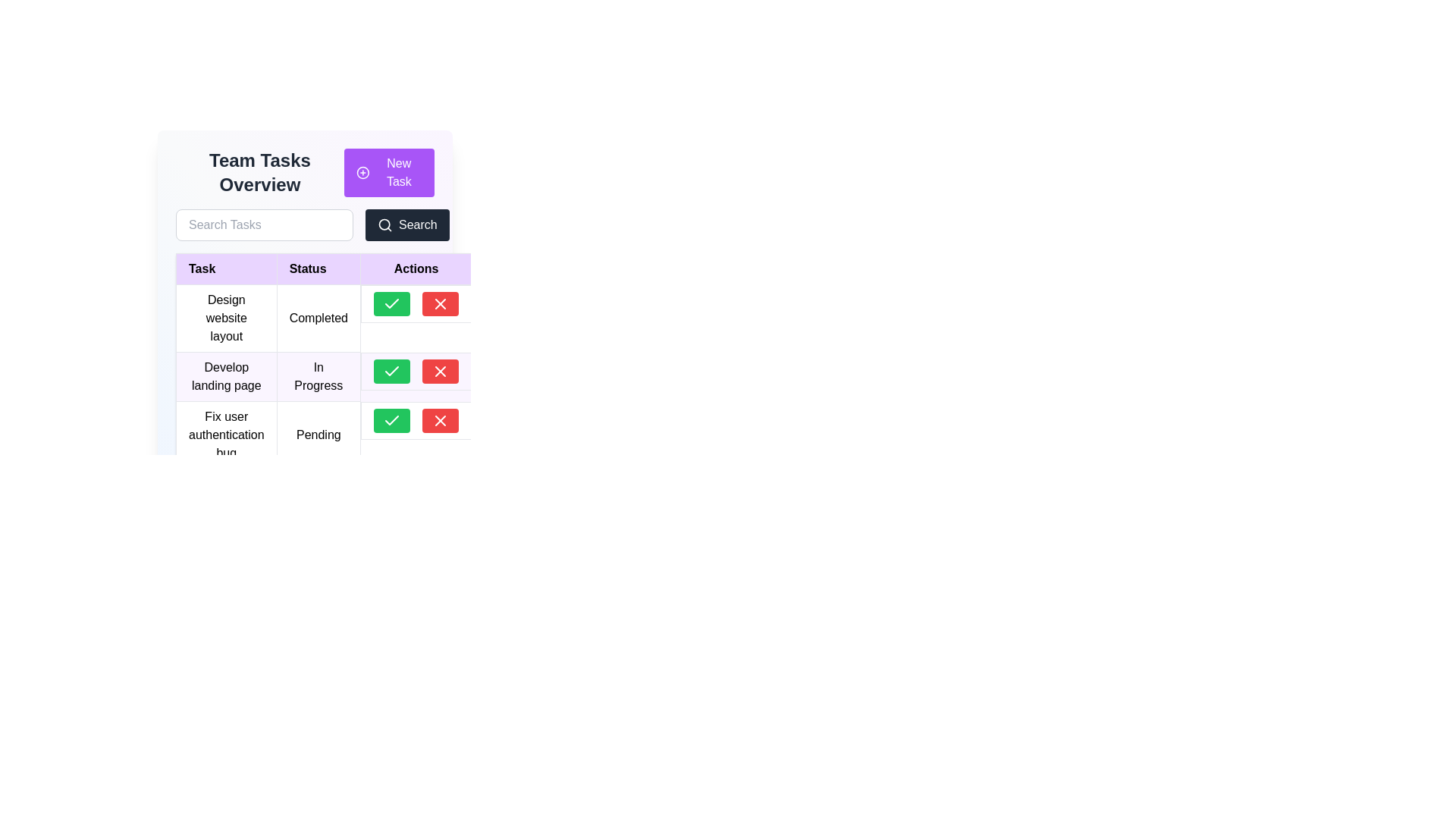 This screenshot has height=819, width=1456. Describe the element at coordinates (439, 304) in the screenshot. I see `the red rounded button with a white 'X' icon` at that location.